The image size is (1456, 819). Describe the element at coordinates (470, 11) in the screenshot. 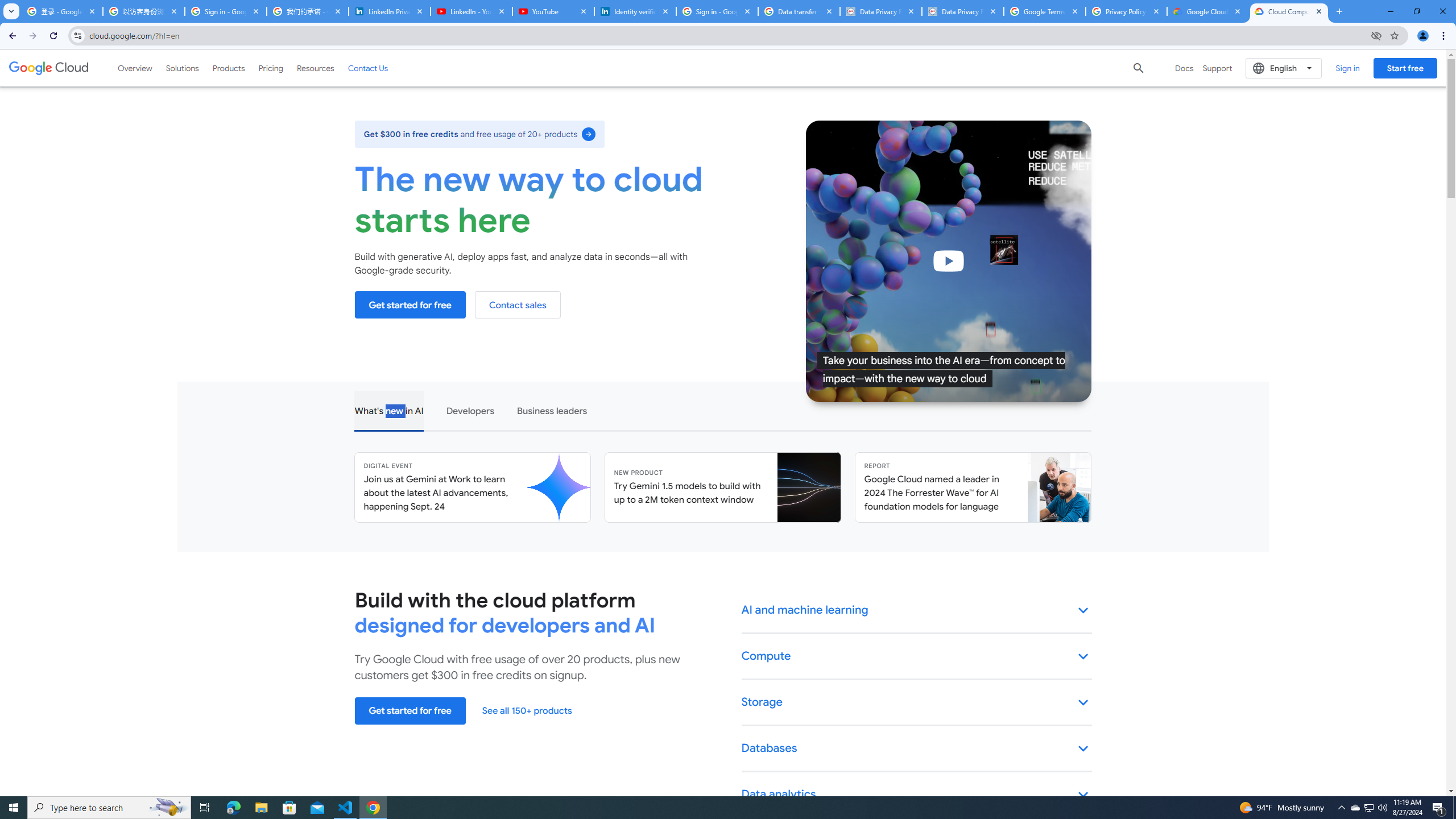

I see `'LinkedIn - YouTube'` at that location.